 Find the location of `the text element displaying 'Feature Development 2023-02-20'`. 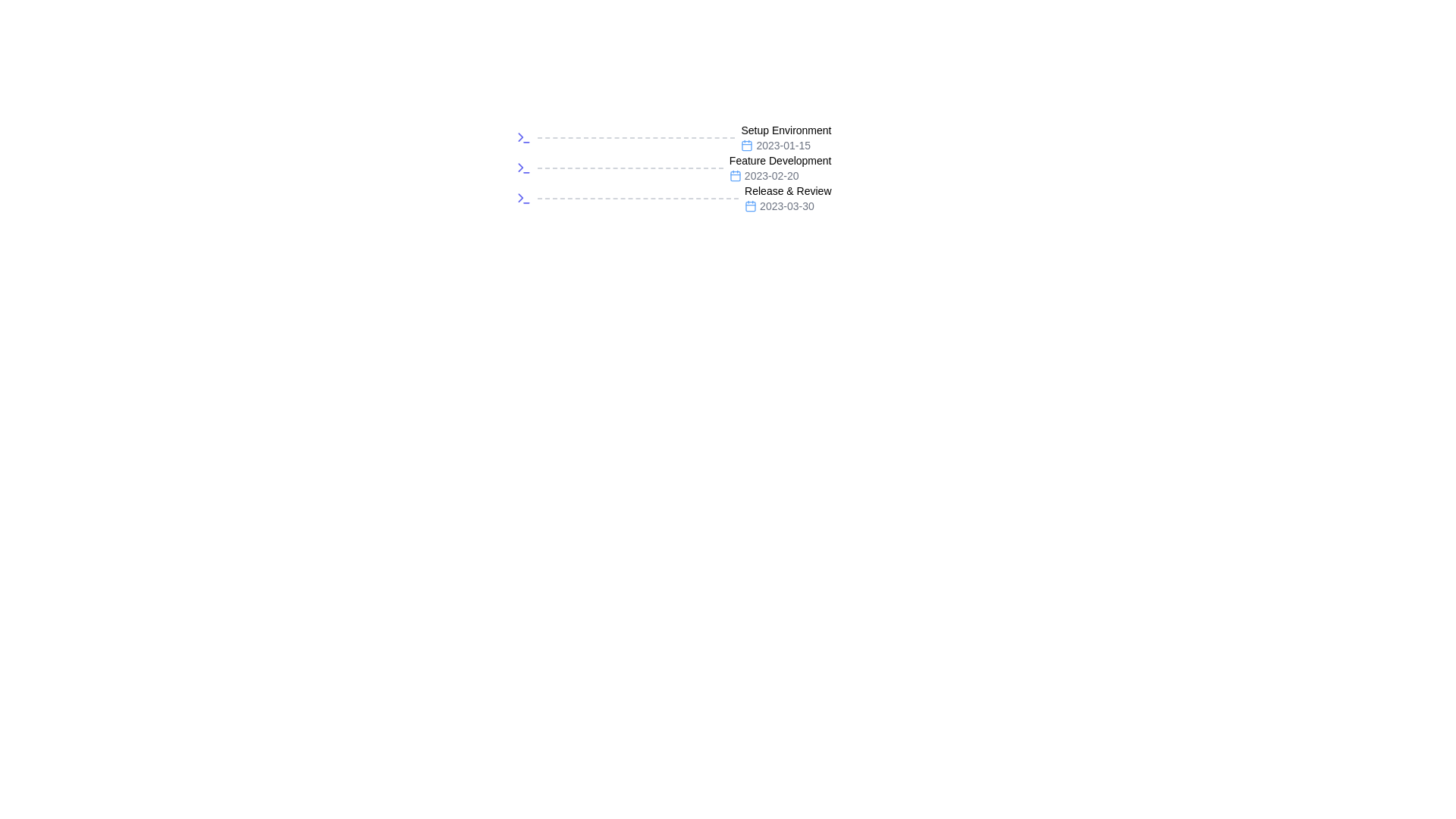

the text element displaying 'Feature Development 2023-02-20' is located at coordinates (780, 168).